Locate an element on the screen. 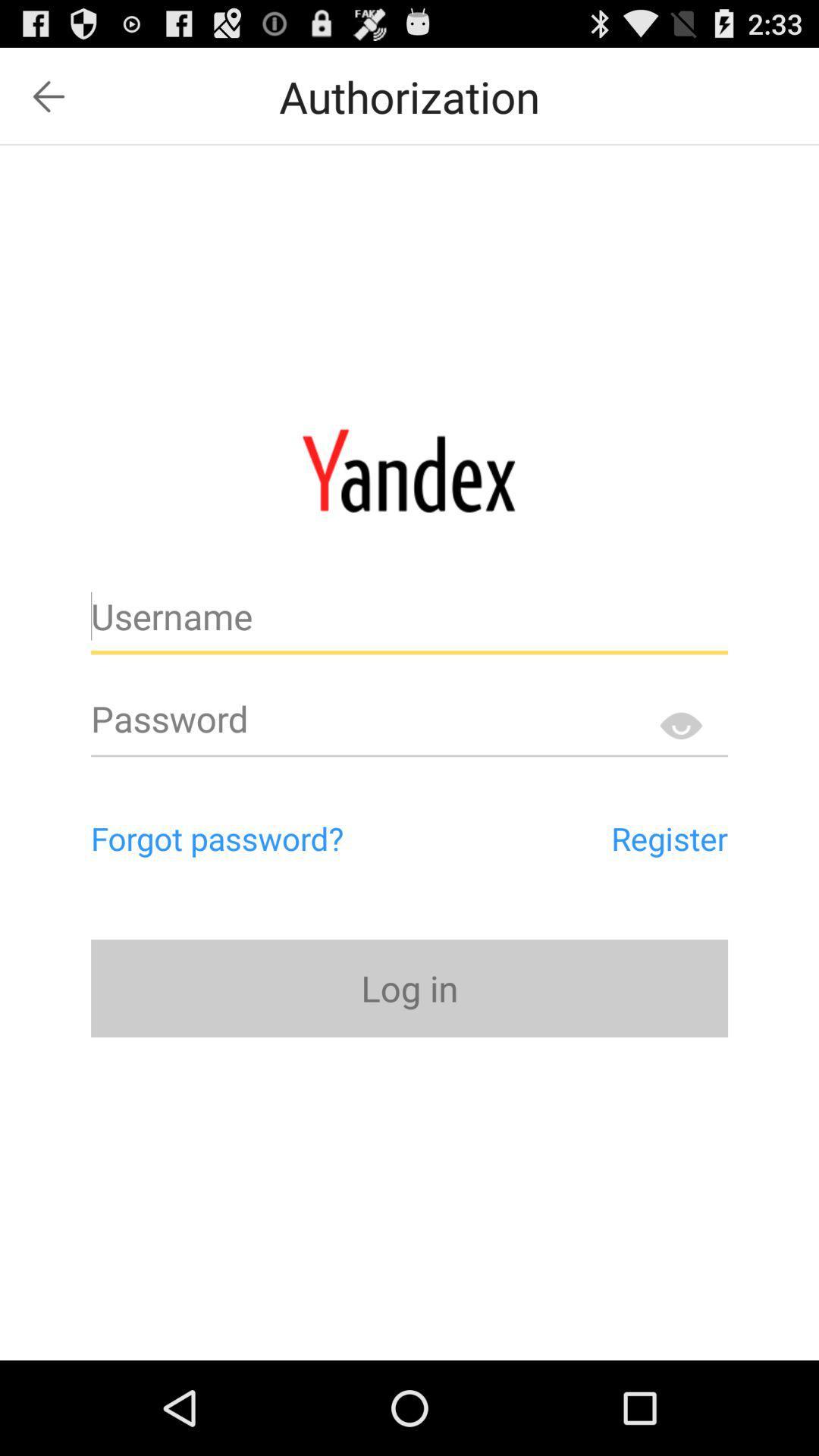  log in at the bottom is located at coordinates (409, 988).